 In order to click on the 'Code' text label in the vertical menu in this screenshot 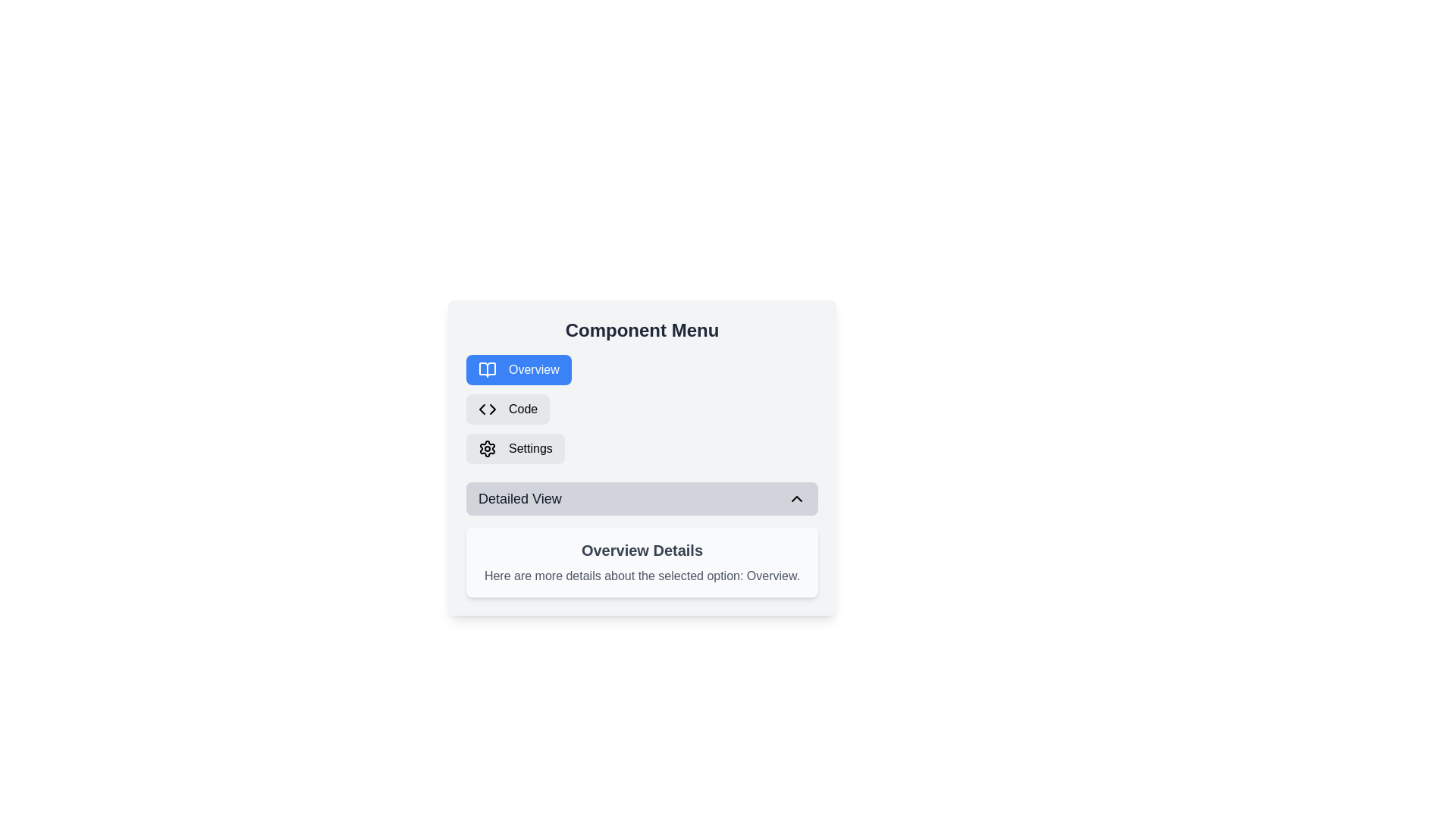, I will do `click(523, 409)`.